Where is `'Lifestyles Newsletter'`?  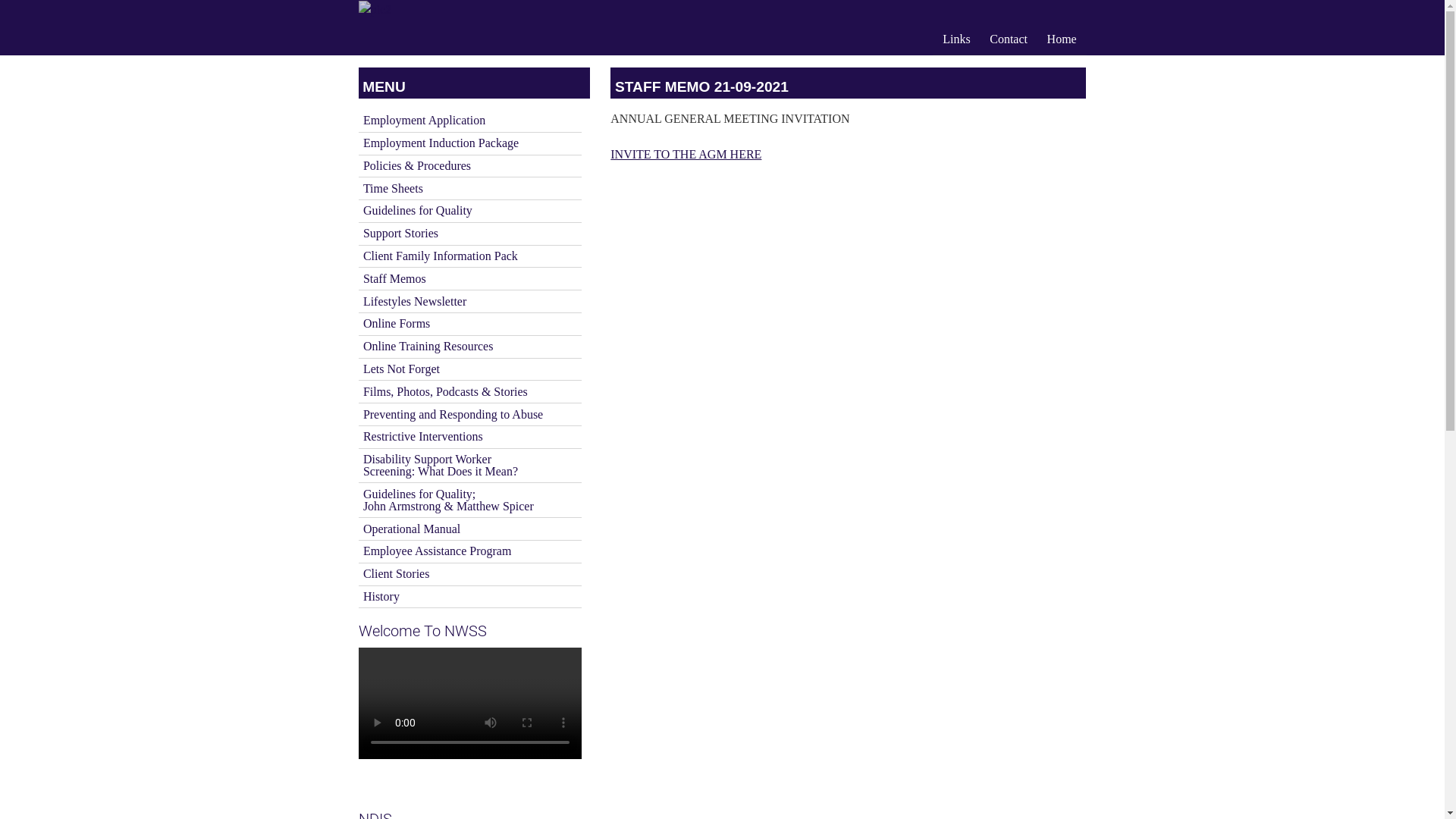
'Lifestyles Newsletter' is located at coordinates (469, 301).